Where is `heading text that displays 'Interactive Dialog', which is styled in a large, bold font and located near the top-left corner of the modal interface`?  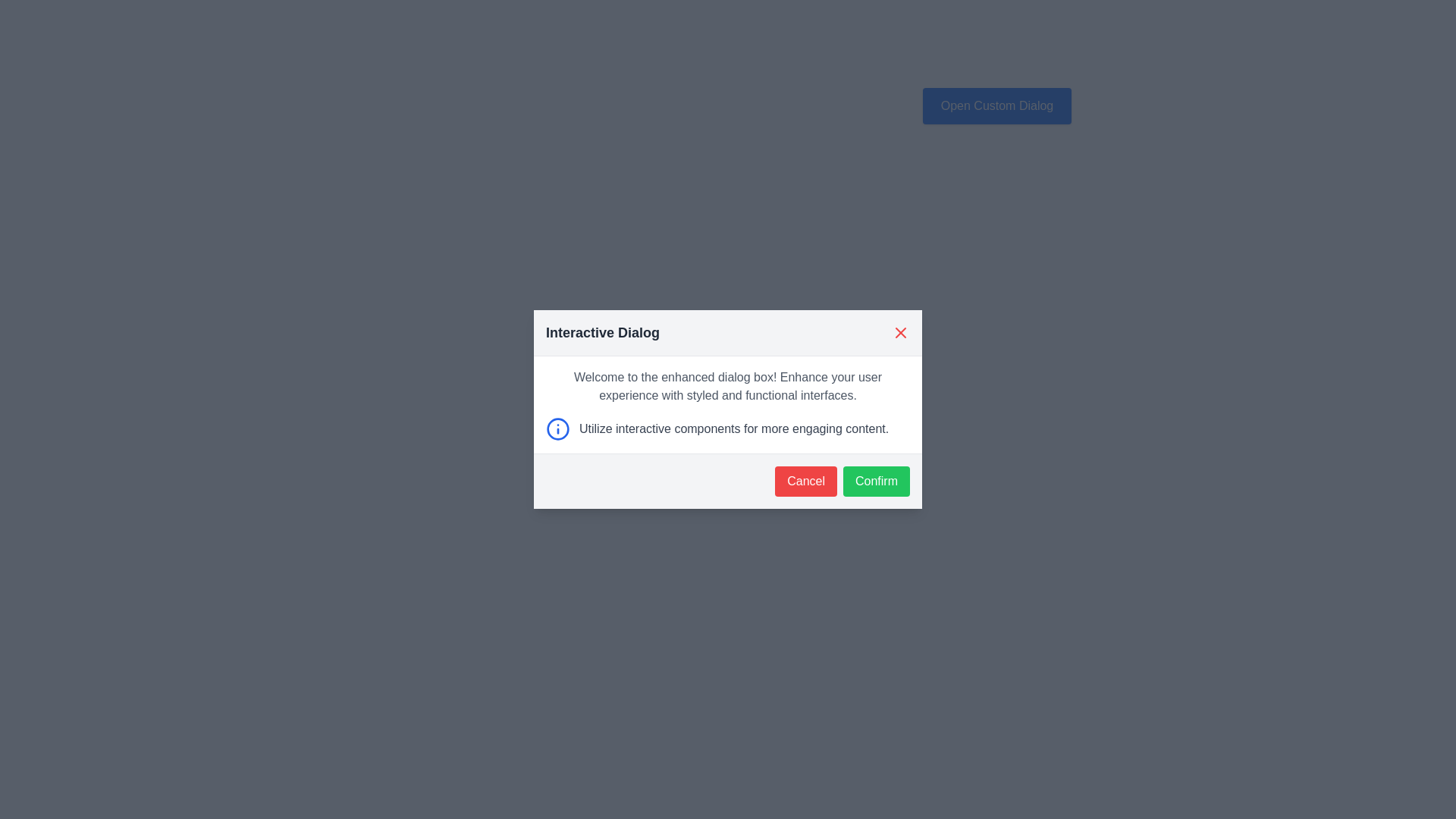 heading text that displays 'Interactive Dialog', which is styled in a large, bold font and located near the top-left corner of the modal interface is located at coordinates (602, 332).